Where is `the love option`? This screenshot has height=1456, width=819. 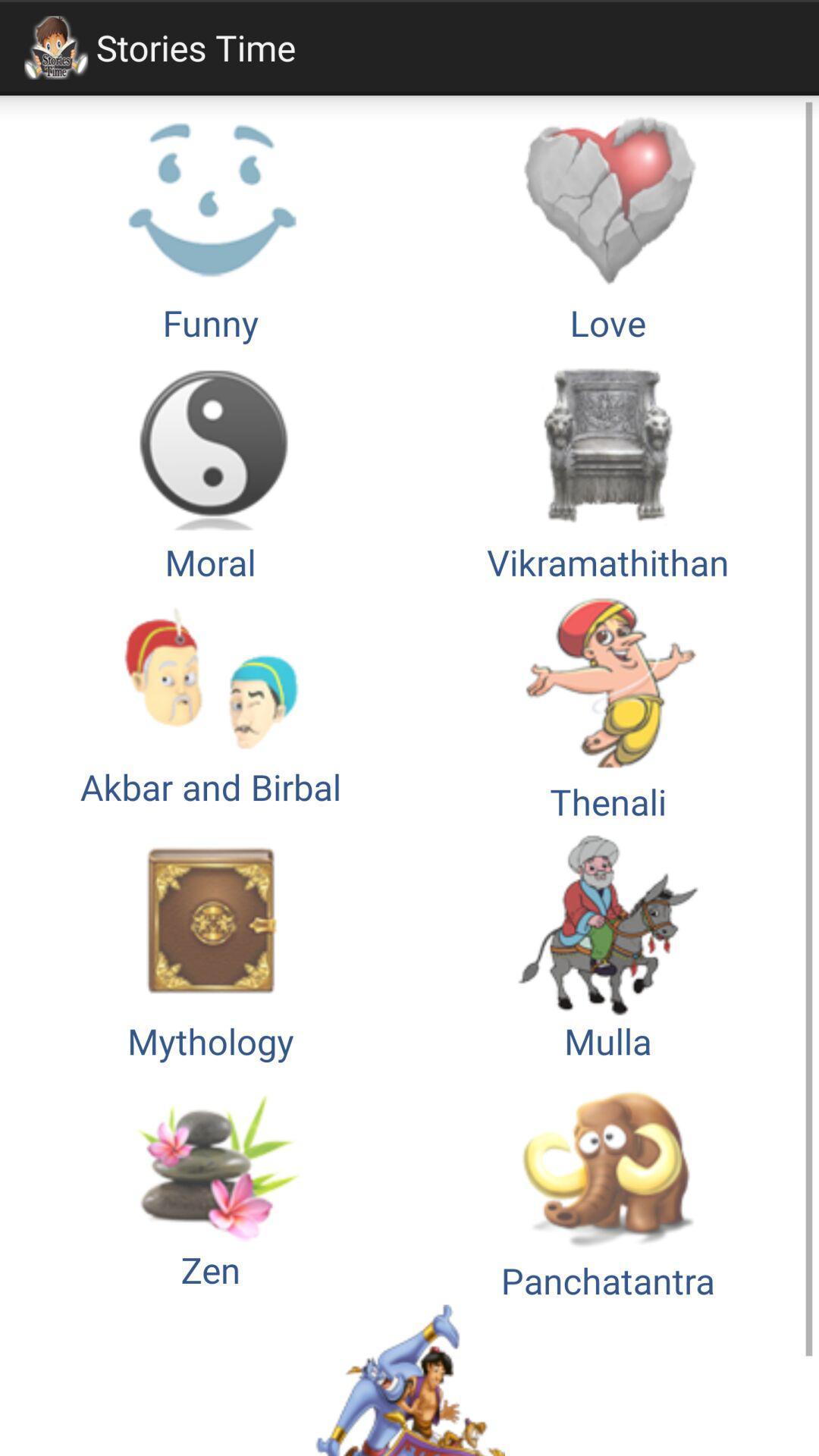 the love option is located at coordinates (607, 226).